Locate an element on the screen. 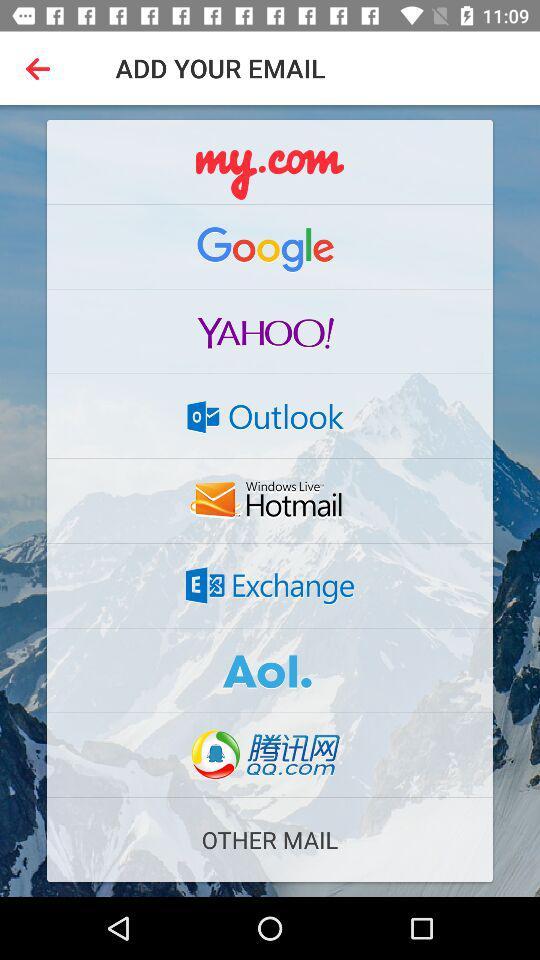  the logo mycom on the web page is located at coordinates (270, 161).